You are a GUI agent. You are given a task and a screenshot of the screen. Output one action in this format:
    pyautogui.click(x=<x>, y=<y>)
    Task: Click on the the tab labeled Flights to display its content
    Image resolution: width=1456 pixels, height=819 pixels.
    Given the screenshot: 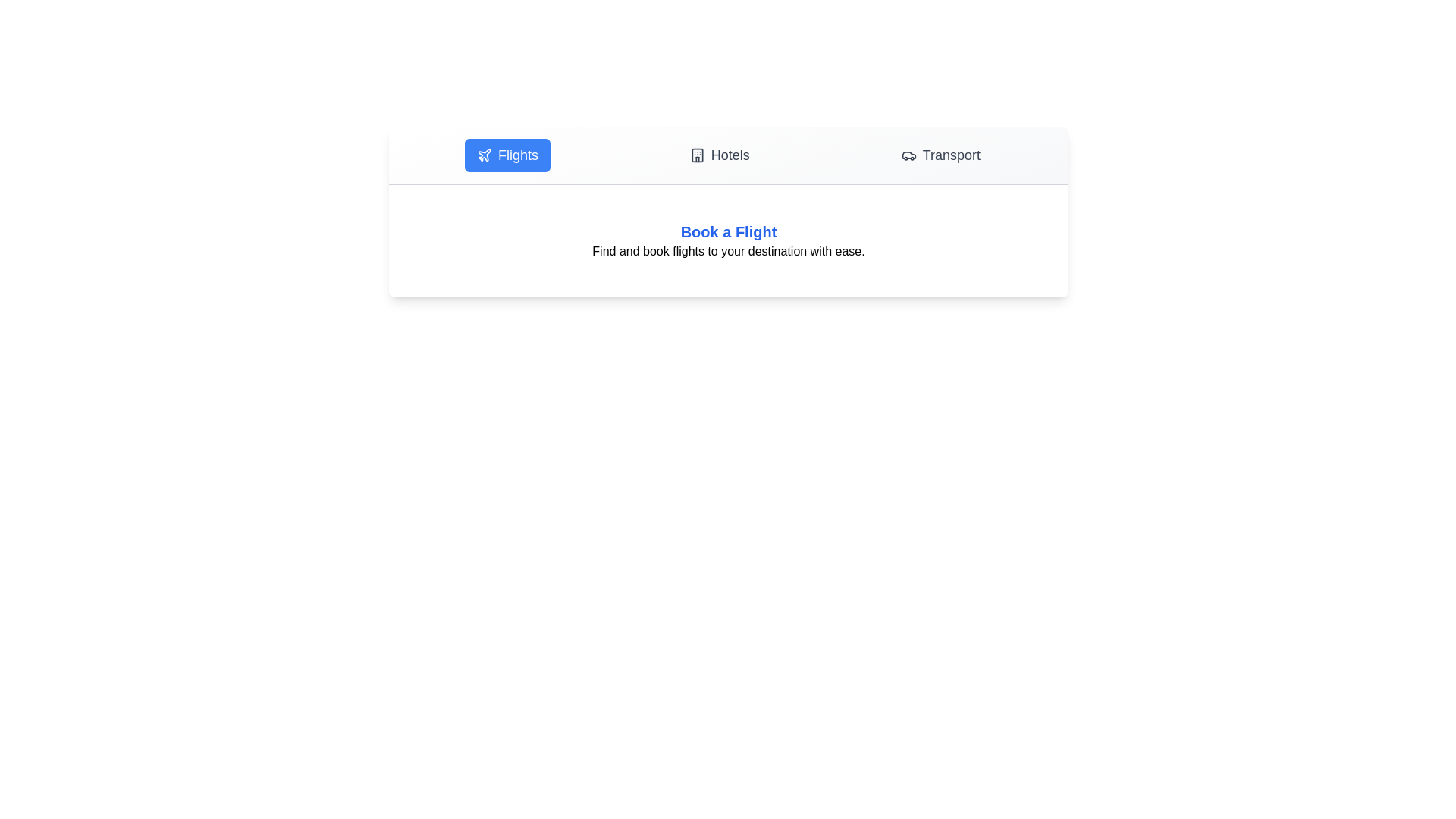 What is the action you would take?
    pyautogui.click(x=507, y=155)
    